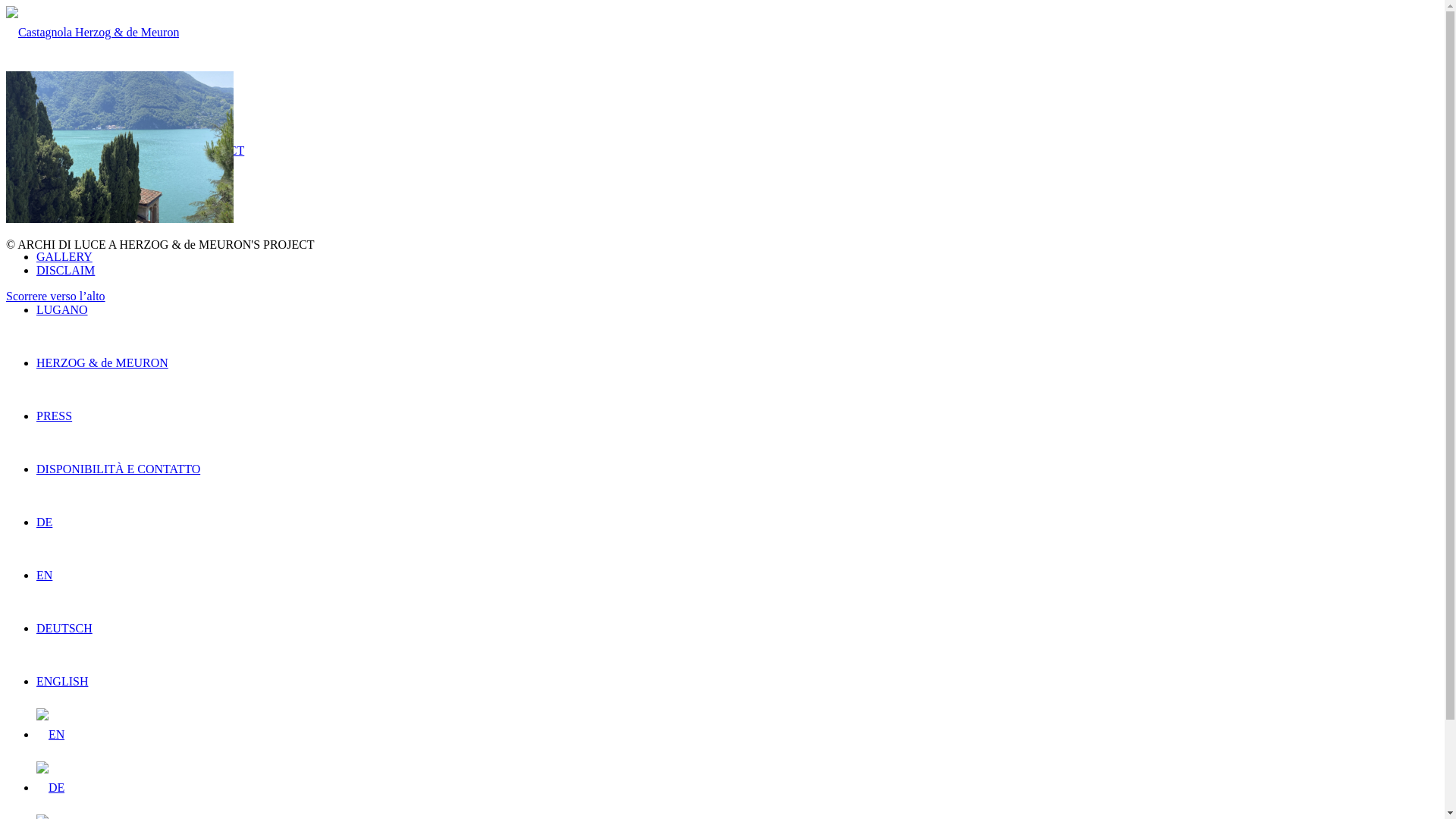 Image resolution: width=1456 pixels, height=819 pixels. Describe the element at coordinates (36, 680) in the screenshot. I see `'ENGLISH'` at that location.